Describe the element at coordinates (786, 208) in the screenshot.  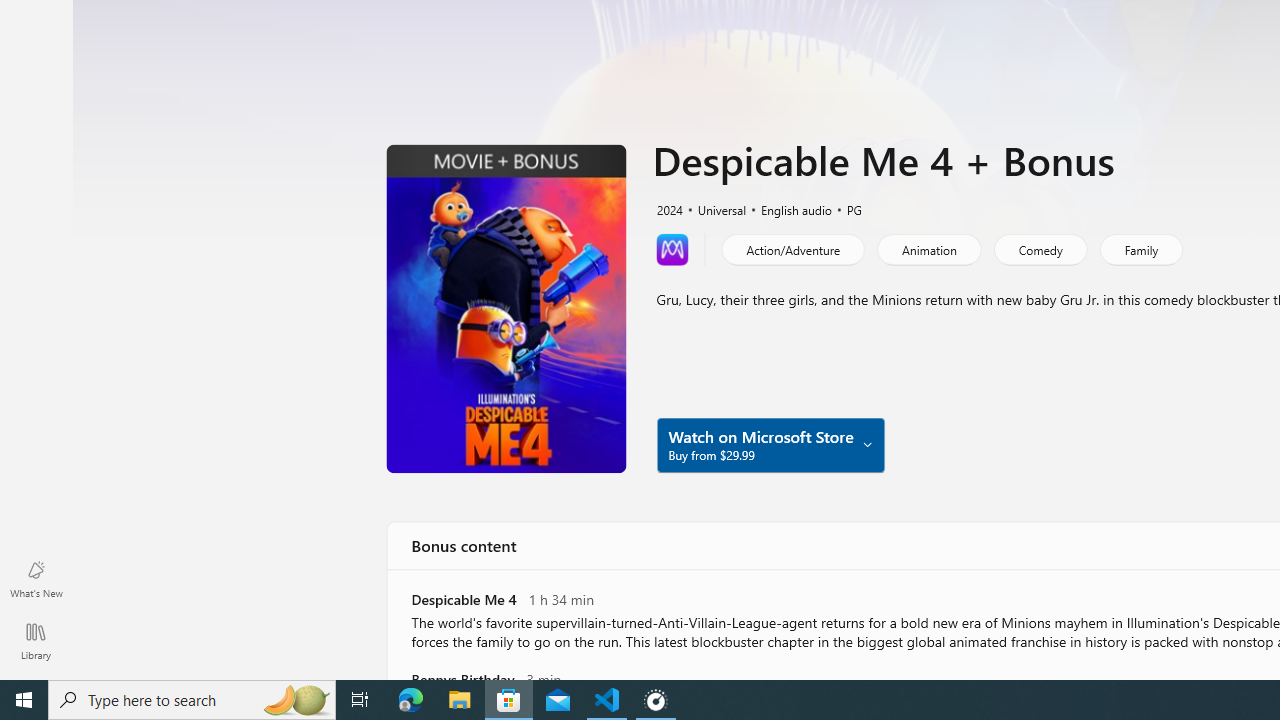
I see `'English audio'` at that location.